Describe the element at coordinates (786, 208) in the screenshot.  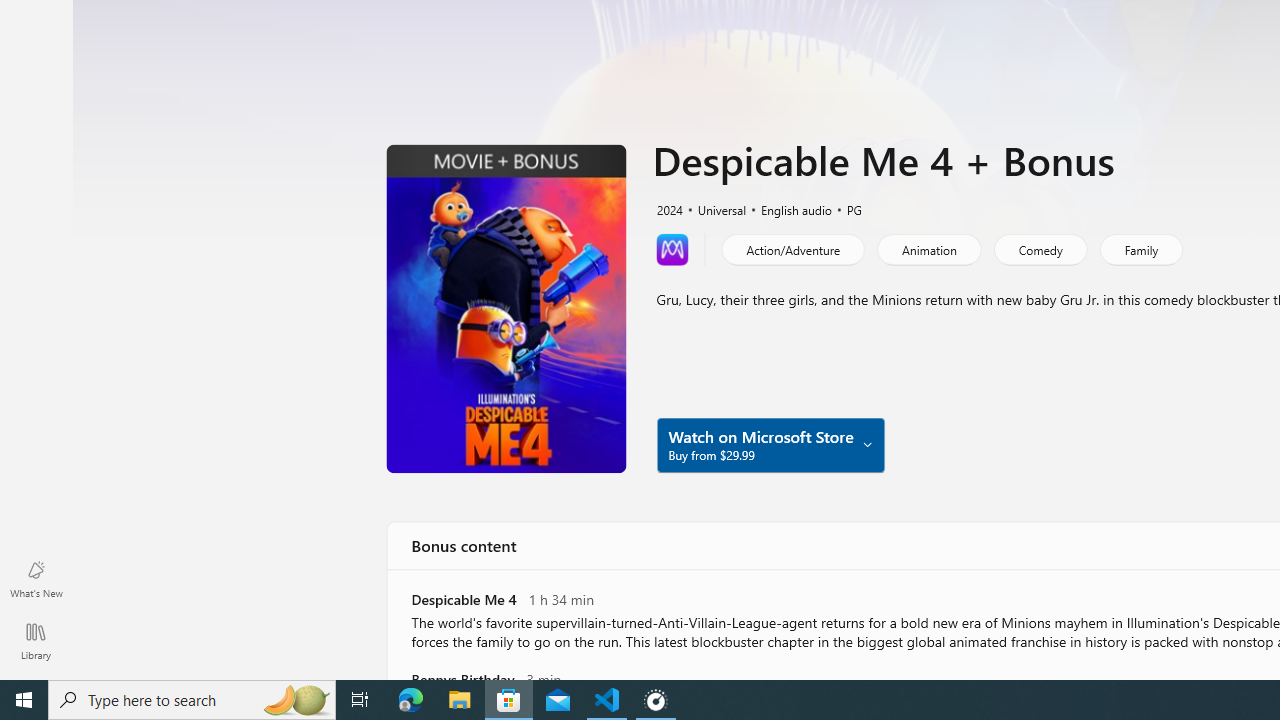
I see `'English audio'` at that location.